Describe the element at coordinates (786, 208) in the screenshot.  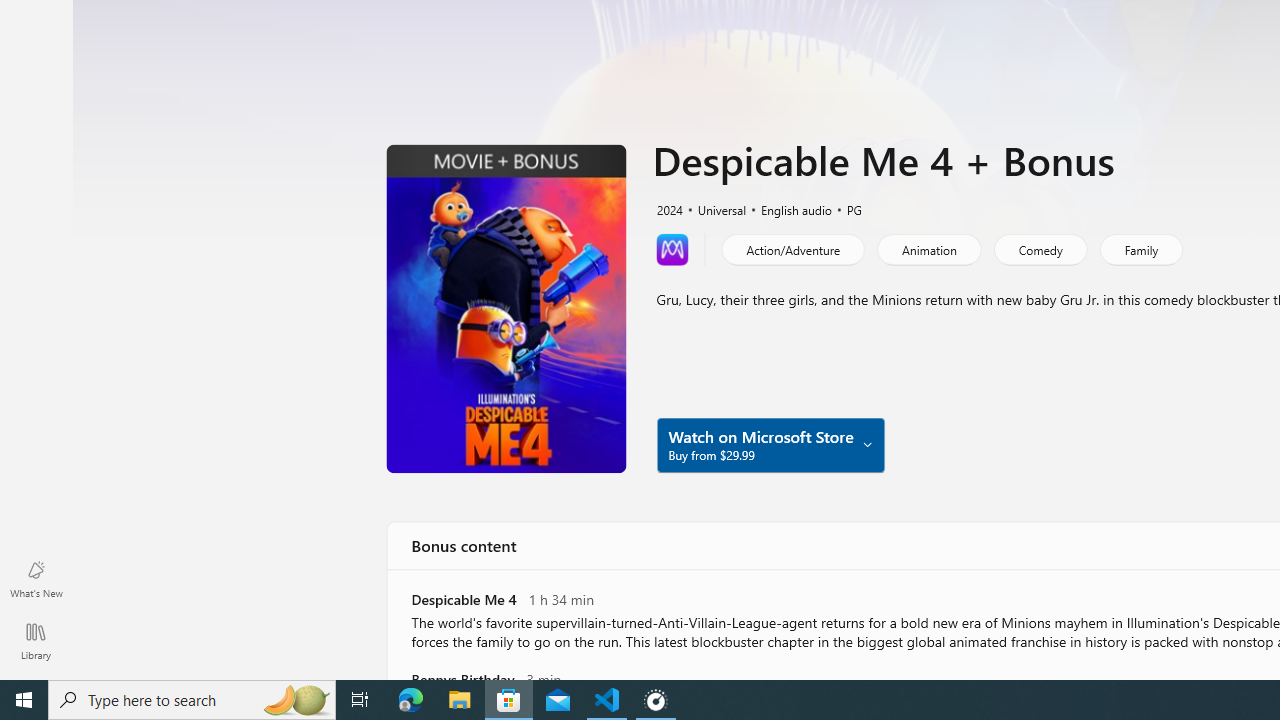
I see `'English audio'` at that location.